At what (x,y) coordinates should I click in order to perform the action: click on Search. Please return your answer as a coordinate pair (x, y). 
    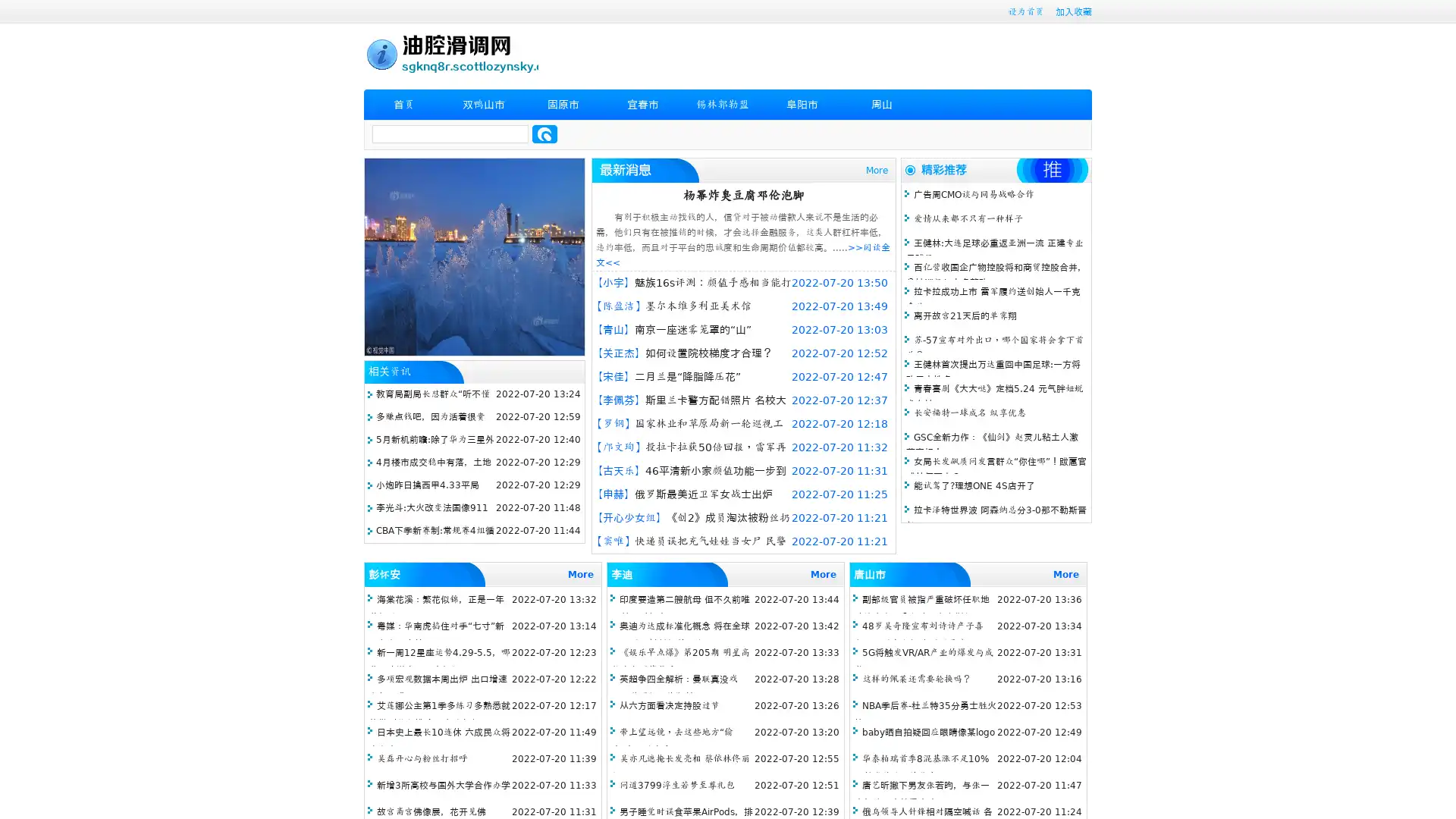
    Looking at the image, I should click on (544, 133).